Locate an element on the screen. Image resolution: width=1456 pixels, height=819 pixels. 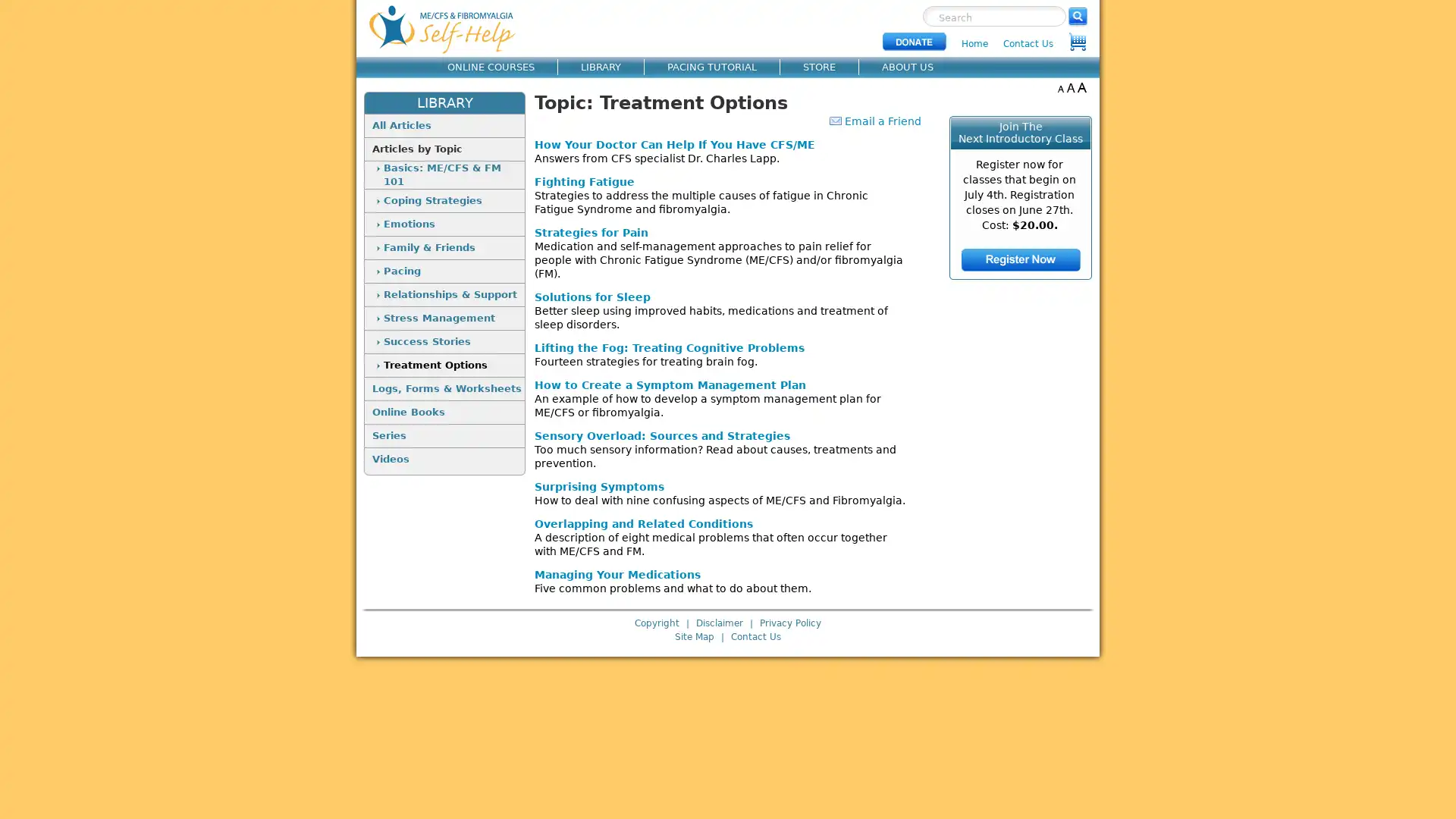
A is located at coordinates (1059, 87).